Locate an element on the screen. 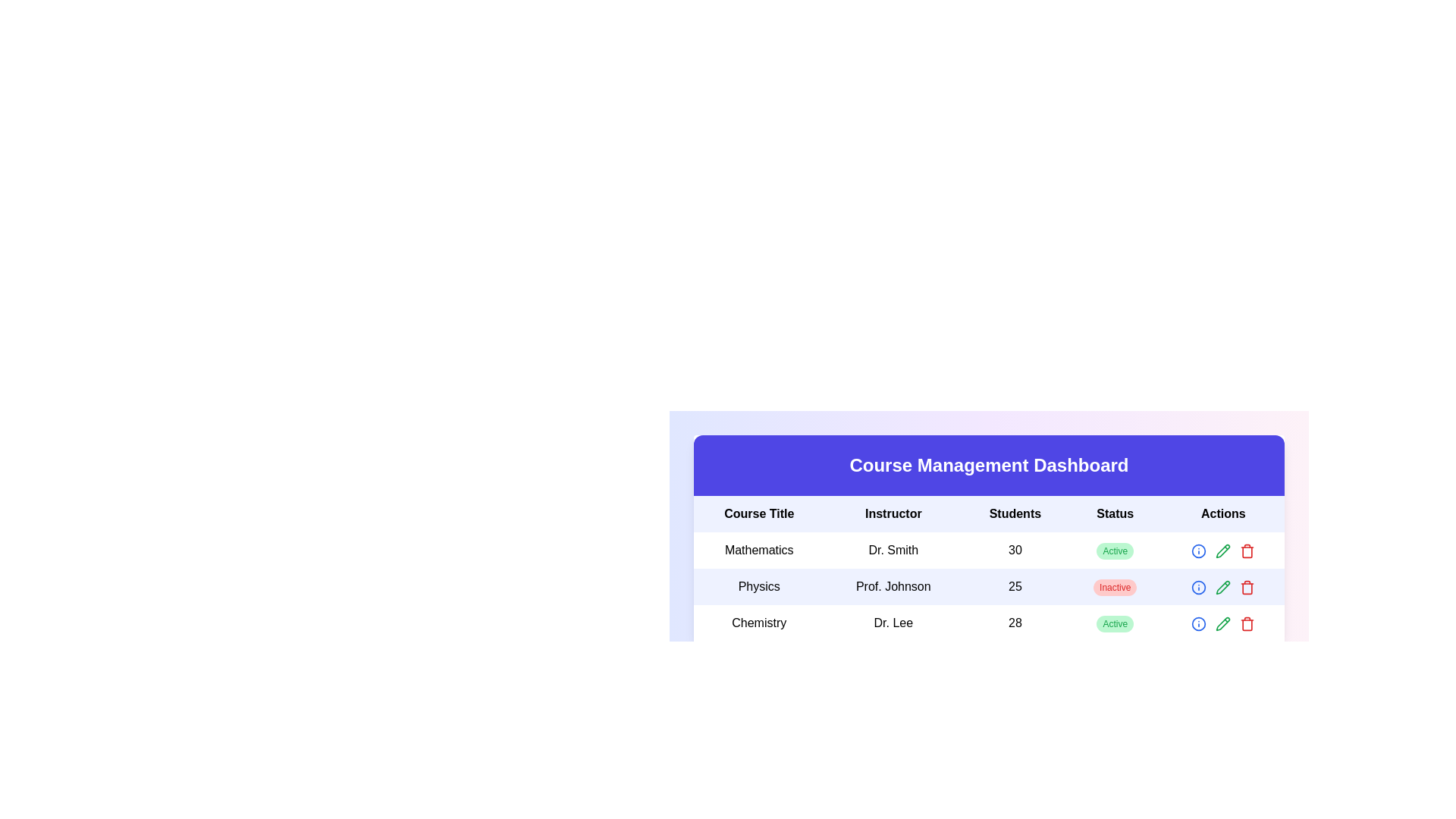  the edit button icon in the 'Actions' section of the Physics row corresponding to Prof. Johnson is located at coordinates (1223, 586).